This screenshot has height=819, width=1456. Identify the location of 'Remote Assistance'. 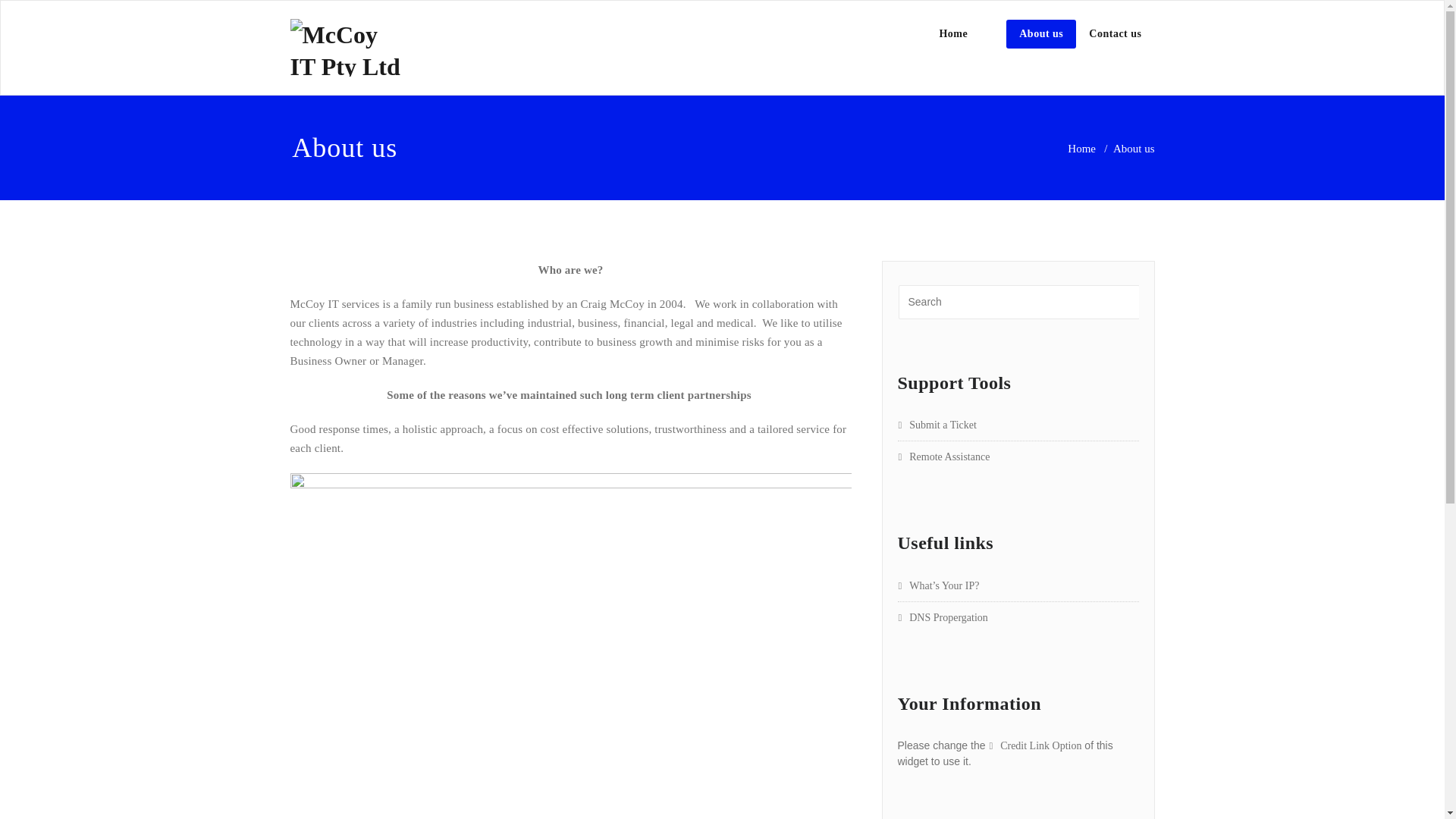
(943, 456).